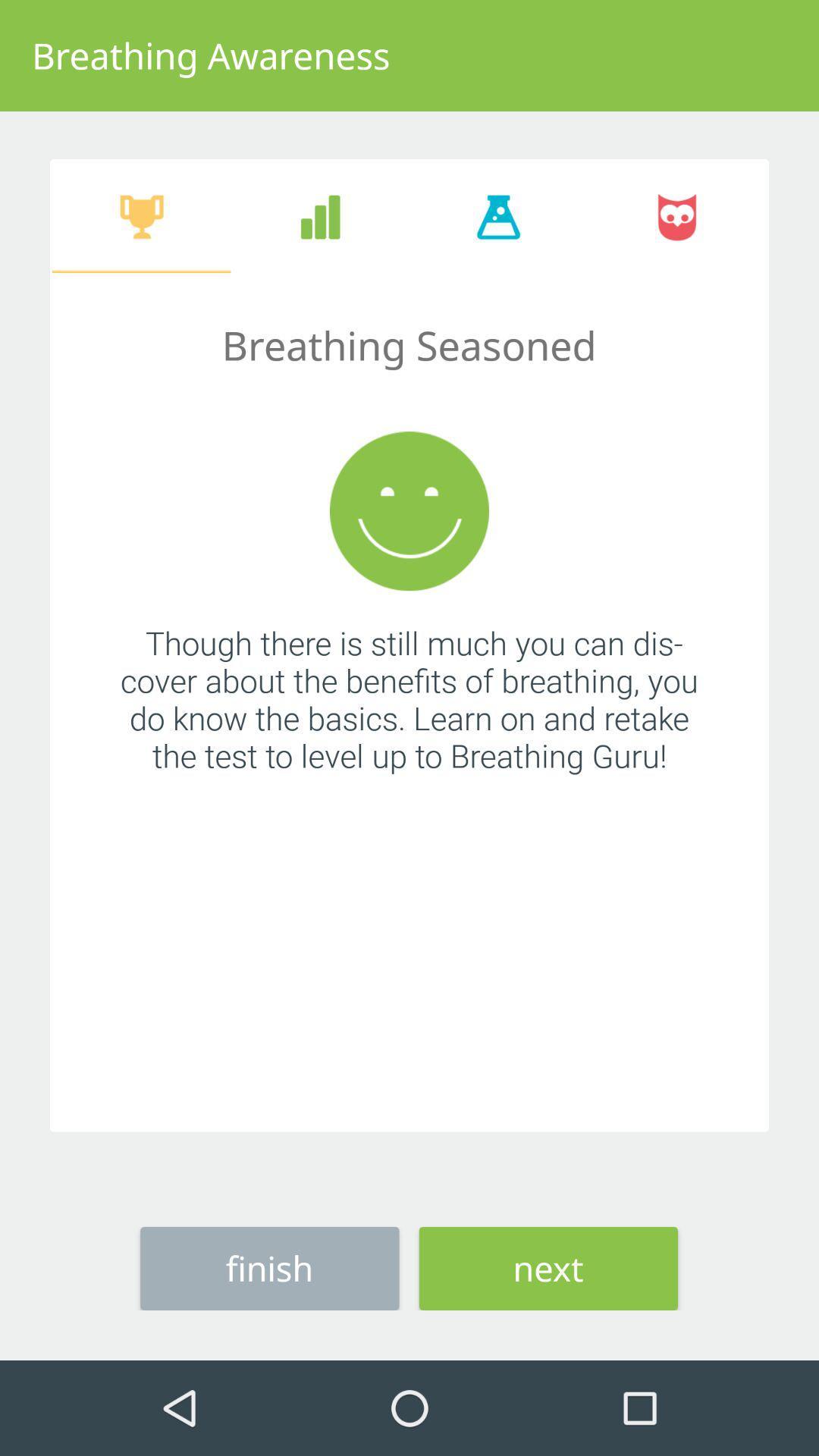  What do you see at coordinates (268, 1268) in the screenshot?
I see `the icon next to the next` at bounding box center [268, 1268].